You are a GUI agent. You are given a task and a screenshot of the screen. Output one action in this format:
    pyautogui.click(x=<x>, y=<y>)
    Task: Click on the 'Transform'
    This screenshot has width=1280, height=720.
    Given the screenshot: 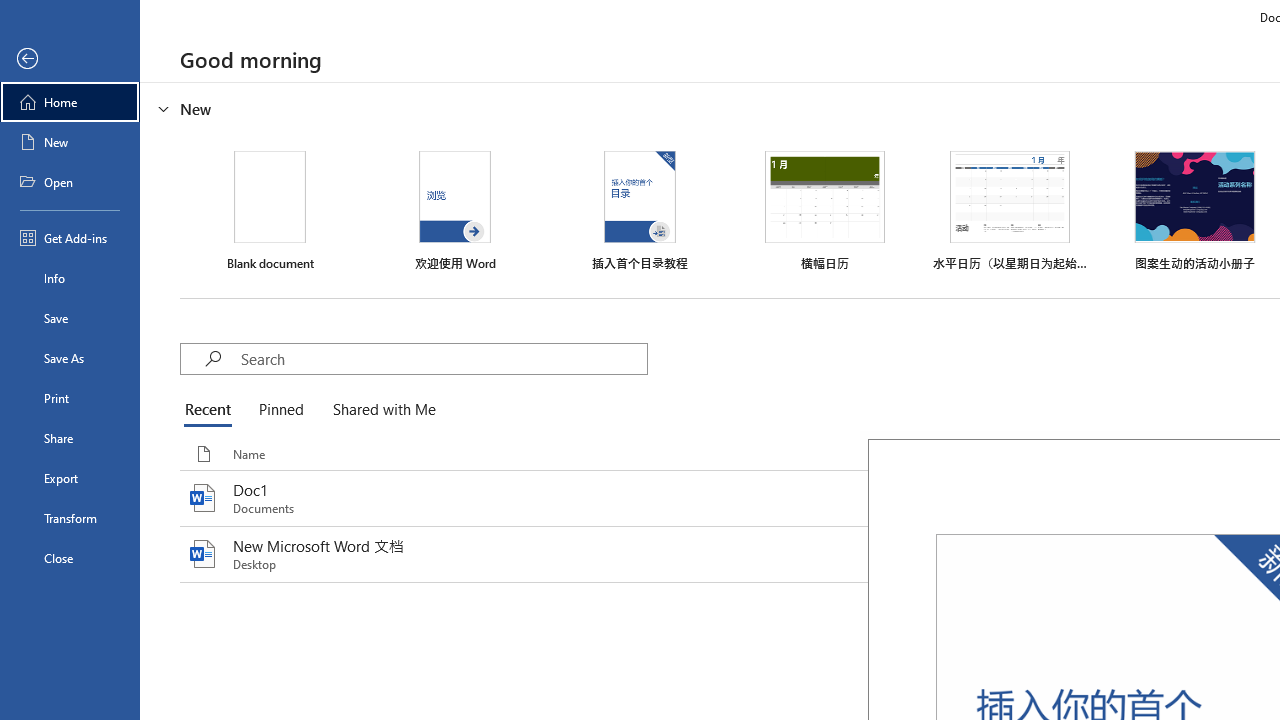 What is the action you would take?
    pyautogui.click(x=69, y=517)
    